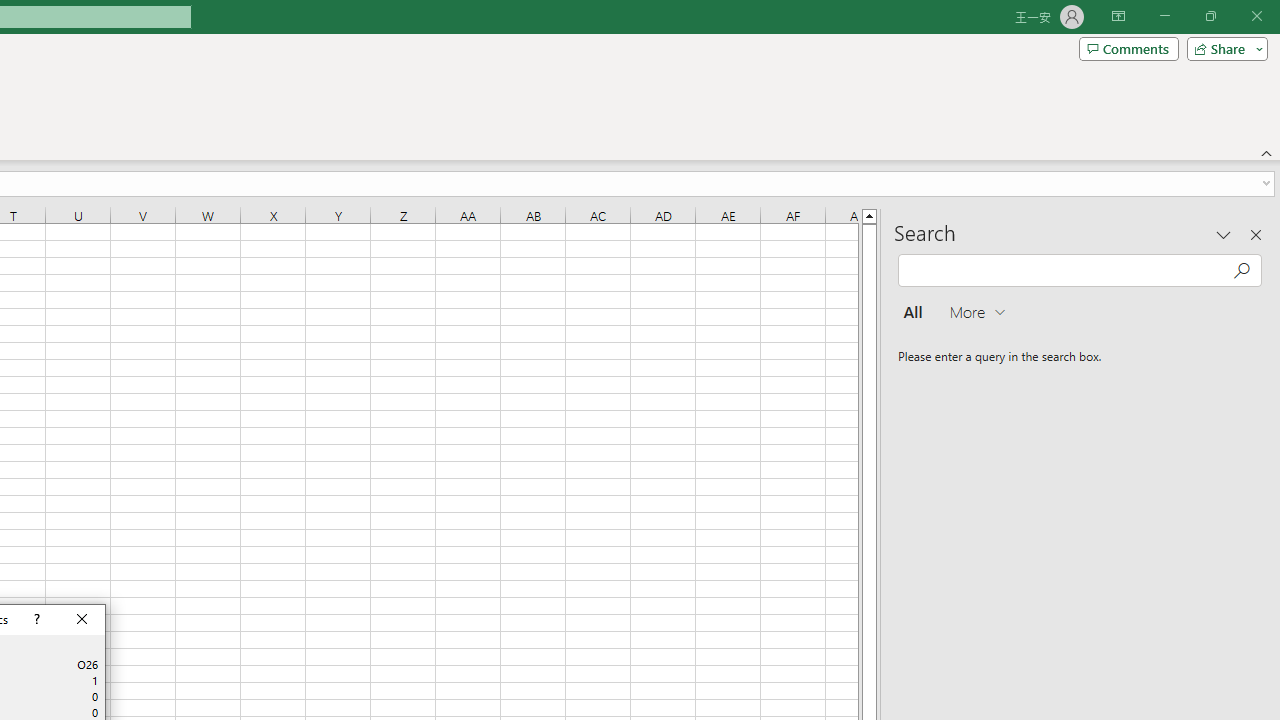  Describe the element at coordinates (1222, 47) in the screenshot. I see `'Share'` at that location.